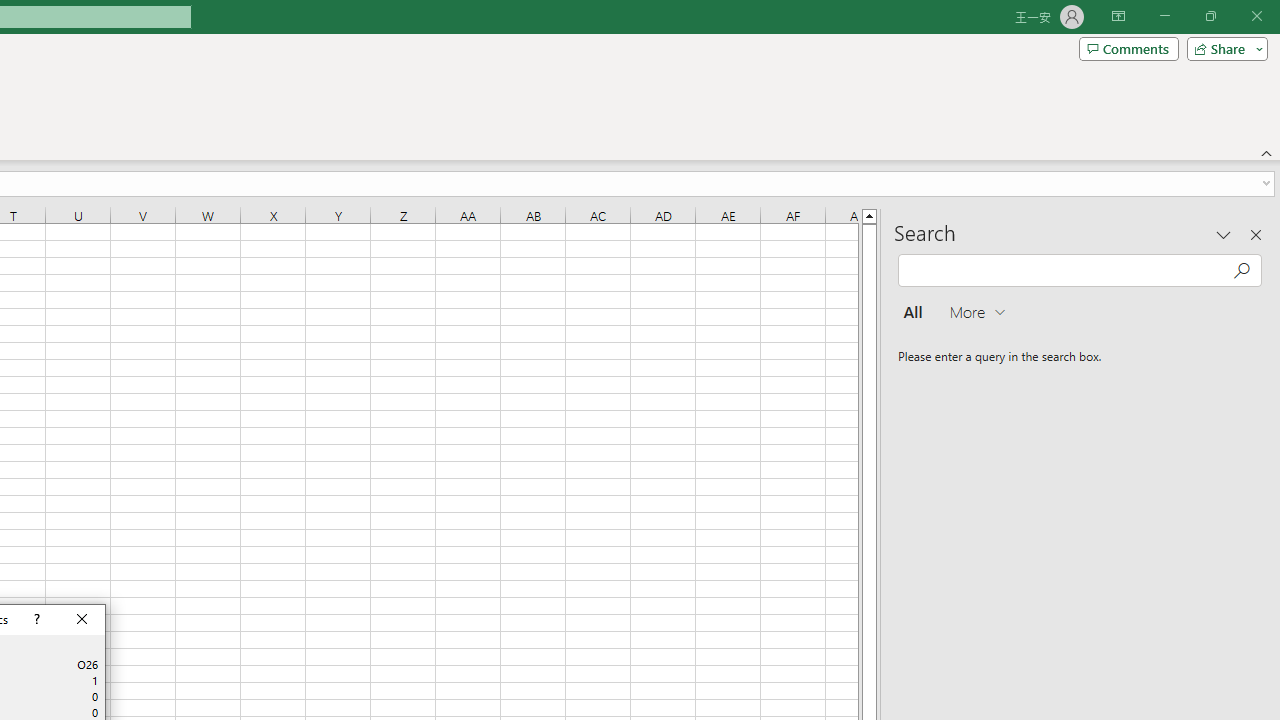  Describe the element at coordinates (1222, 47) in the screenshot. I see `'Share'` at that location.